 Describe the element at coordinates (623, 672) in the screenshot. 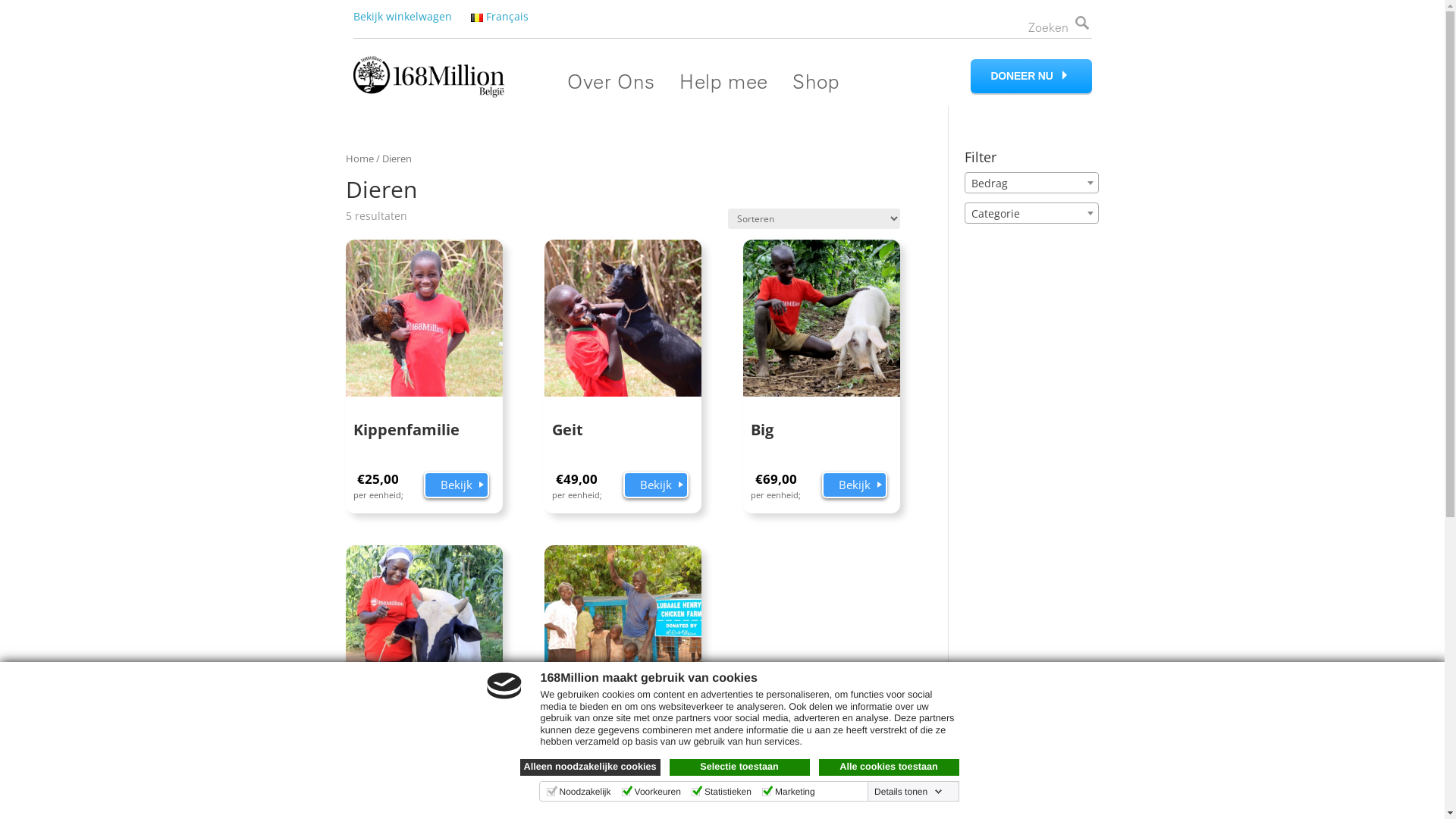

I see `'Kippenhok met Kippenfamilie'` at that location.